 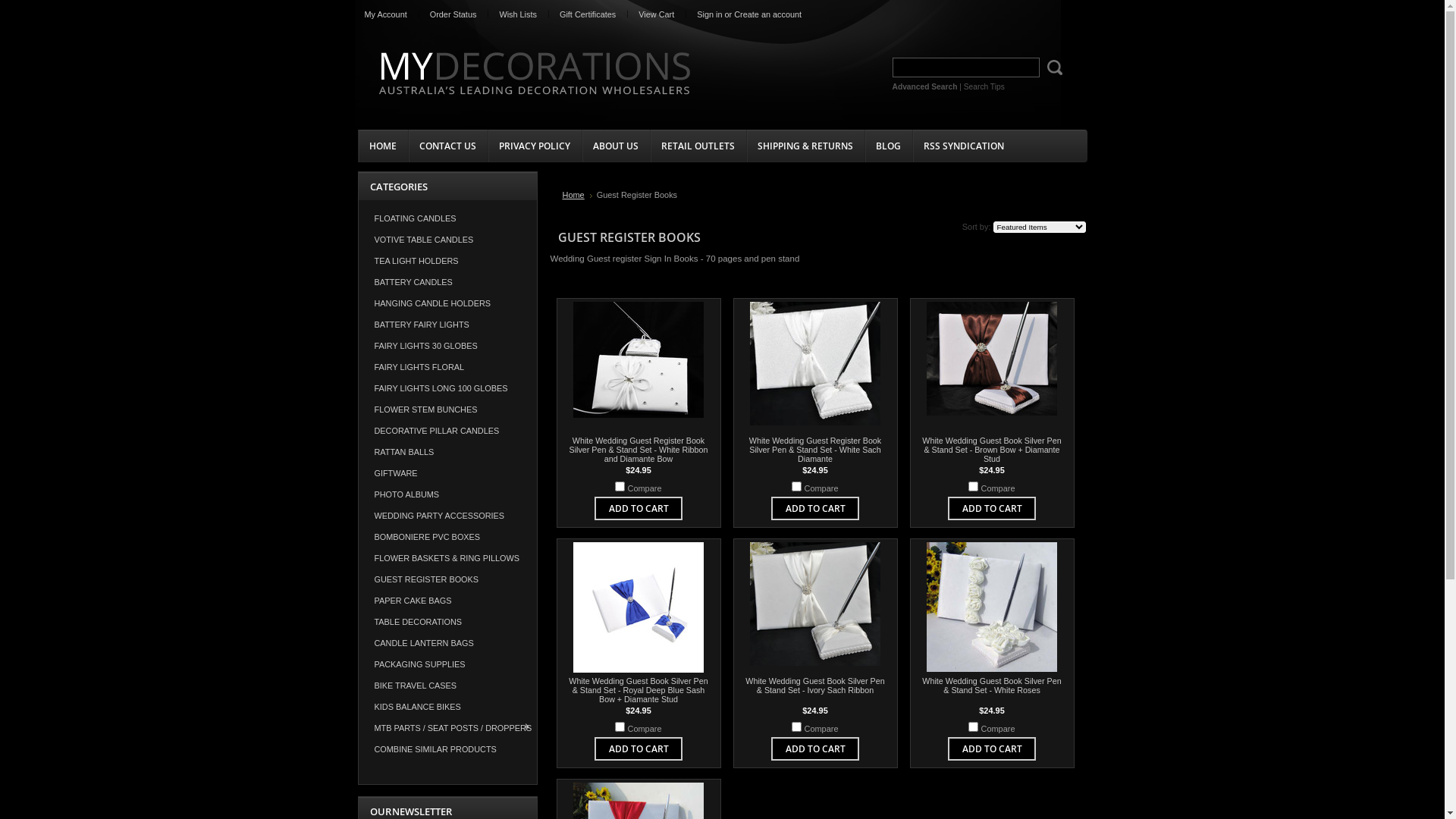 I want to click on 'GIFTWARE', so click(x=447, y=472).